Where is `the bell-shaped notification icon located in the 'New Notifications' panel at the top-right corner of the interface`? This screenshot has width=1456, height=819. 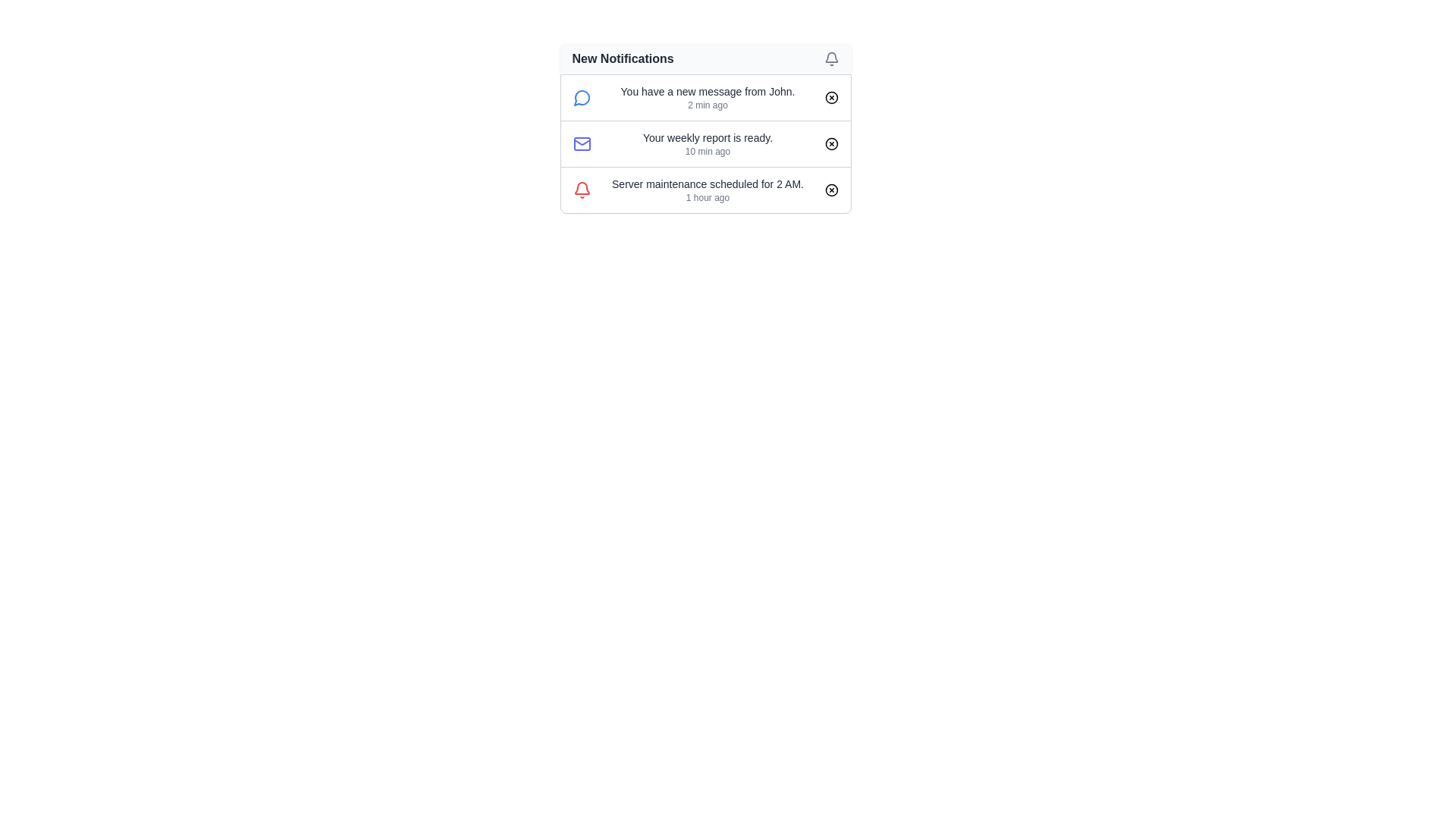 the bell-shaped notification icon located in the 'New Notifications' panel at the top-right corner of the interface is located at coordinates (830, 56).